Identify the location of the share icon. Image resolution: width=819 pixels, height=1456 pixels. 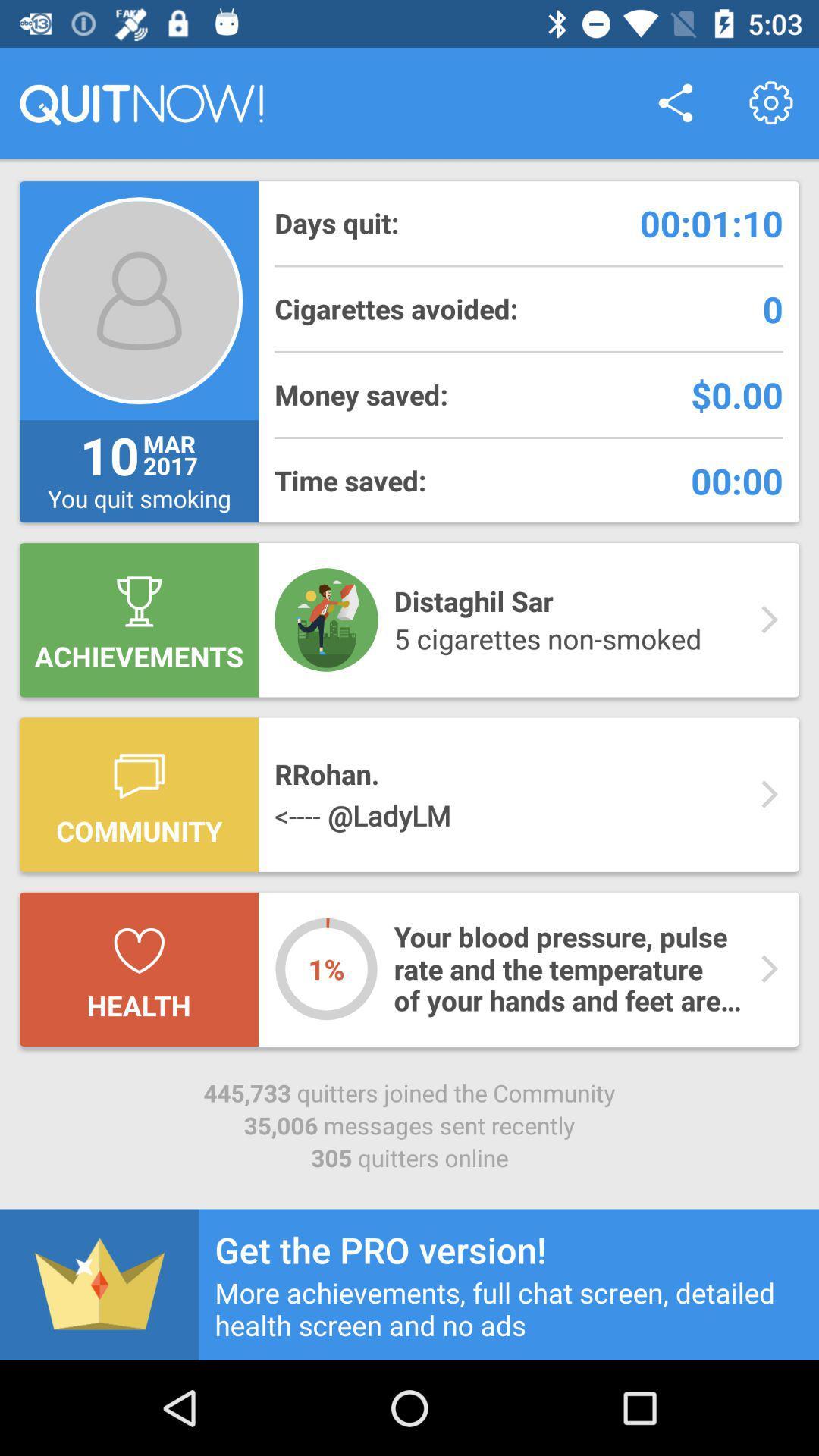
(675, 102).